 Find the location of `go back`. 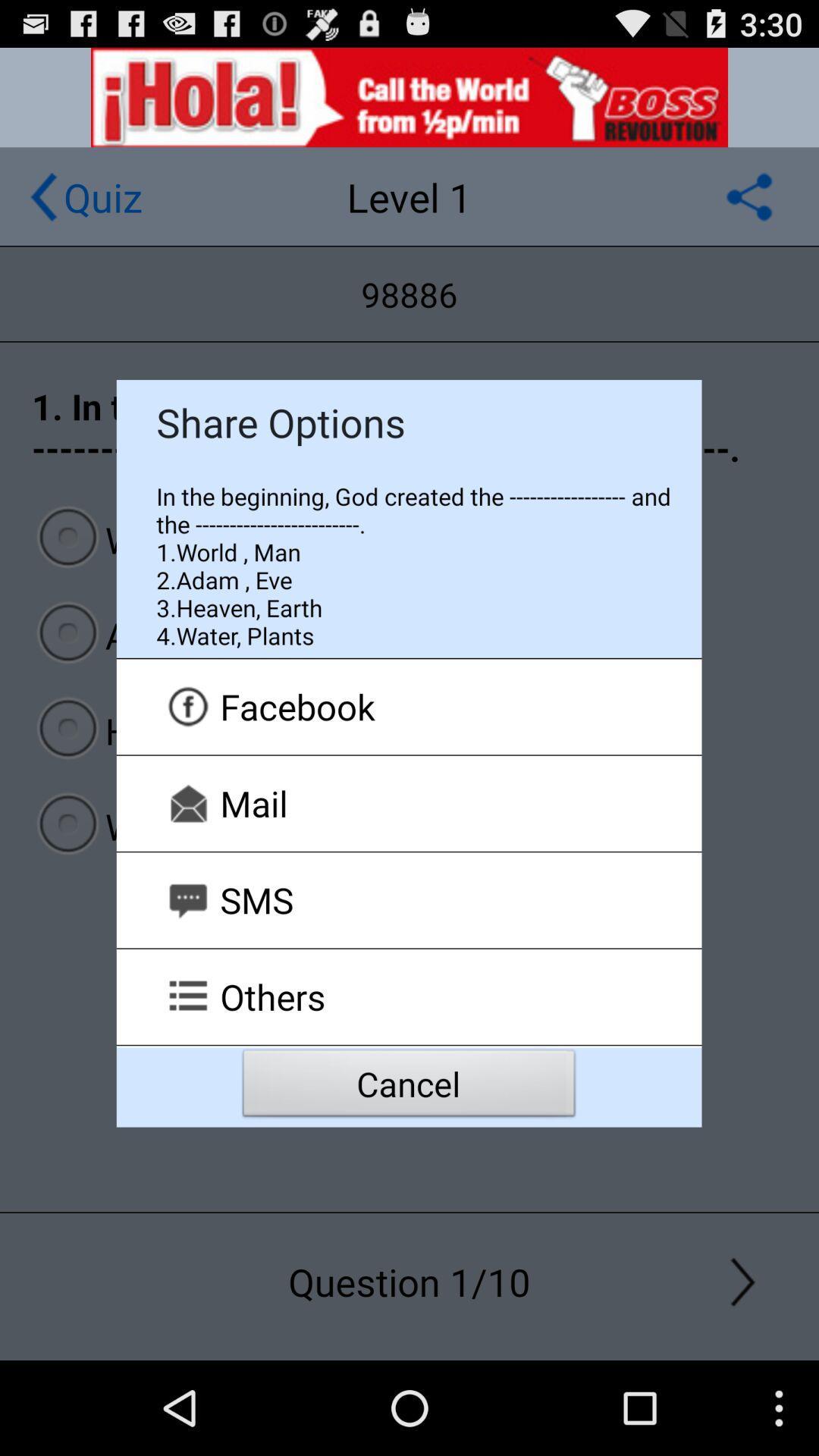

go back is located at coordinates (42, 196).